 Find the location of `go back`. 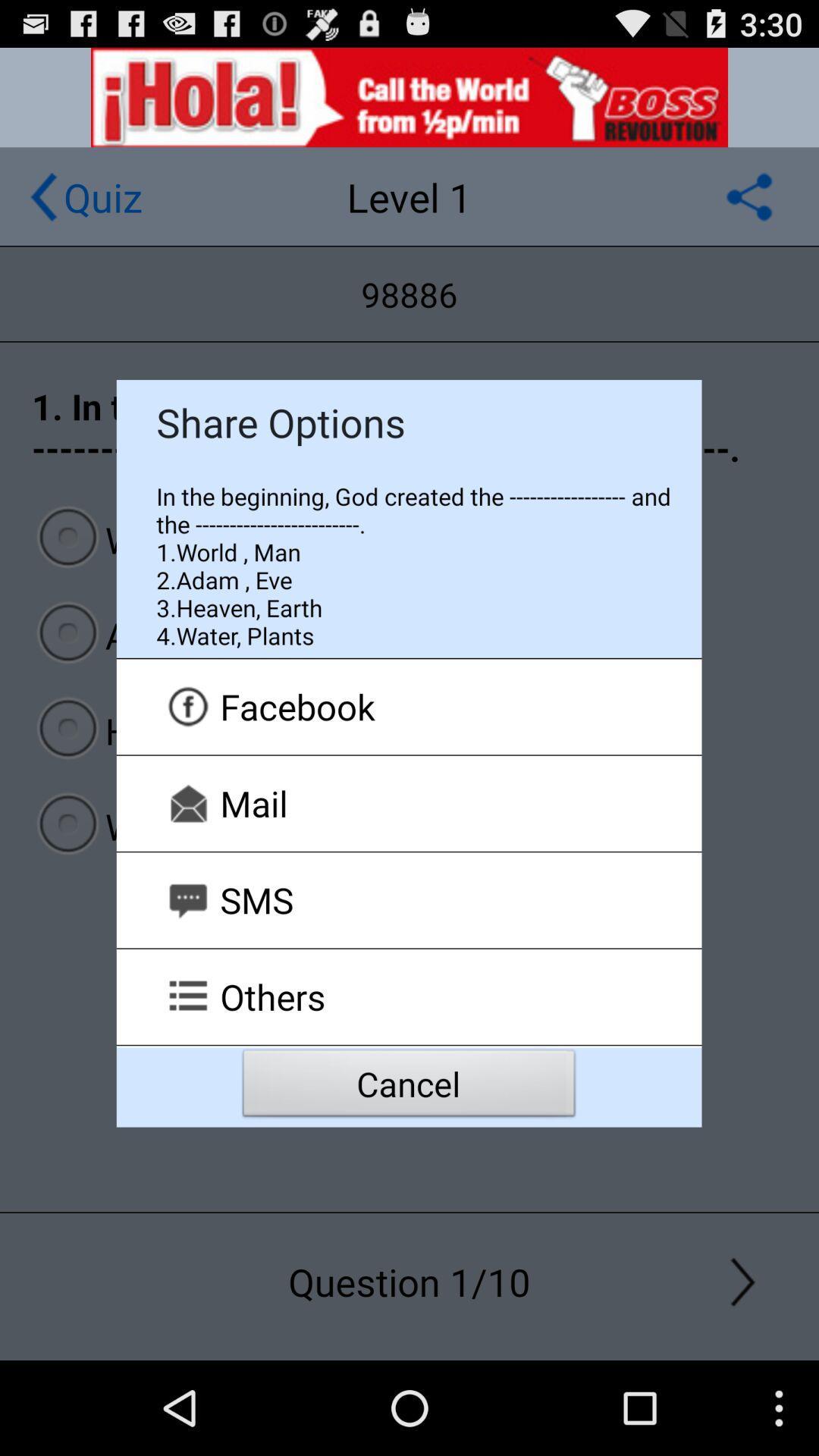

go back is located at coordinates (42, 196).